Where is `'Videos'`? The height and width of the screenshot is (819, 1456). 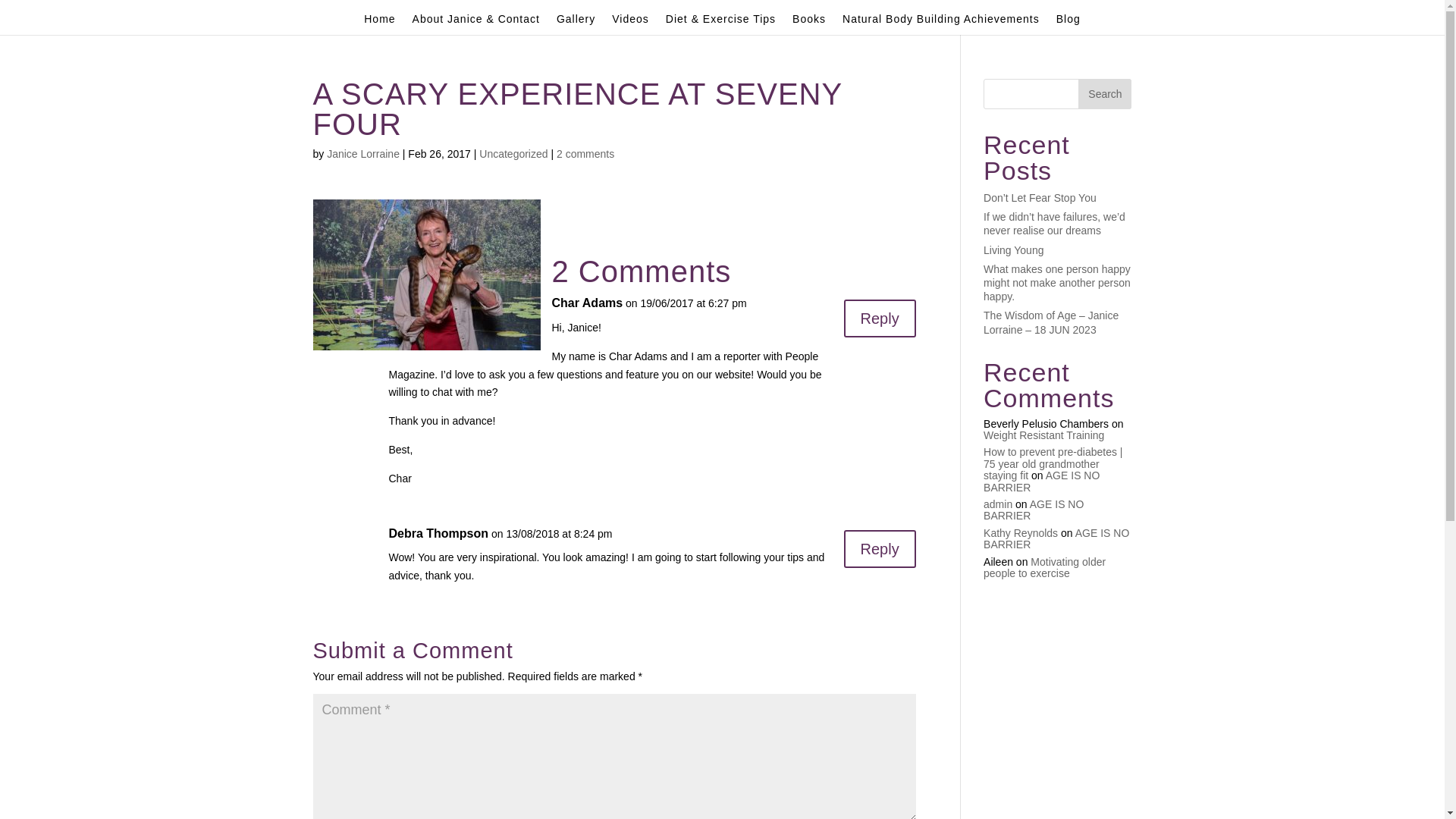 'Videos' is located at coordinates (611, 24).